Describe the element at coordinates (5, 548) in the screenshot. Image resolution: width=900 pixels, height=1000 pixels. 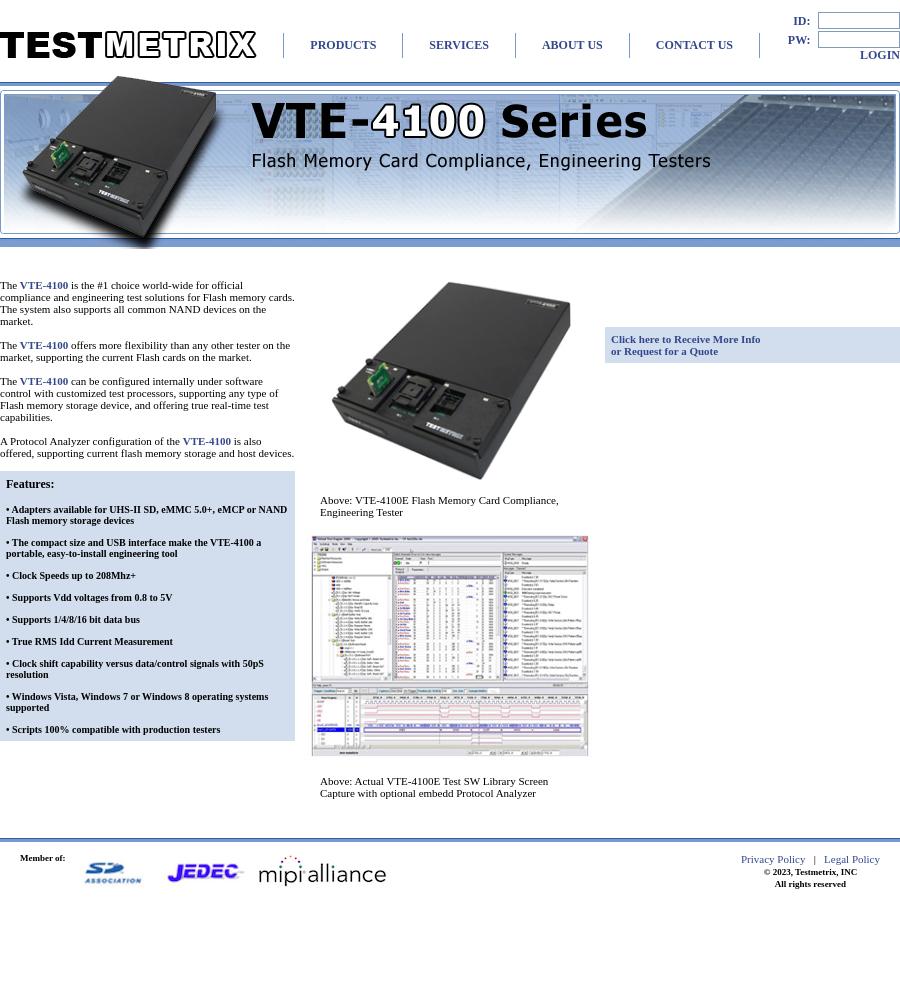
I see `'The compact size and USB interface make the VTE-4100 a portable, easy-to-install engineering tool'` at that location.